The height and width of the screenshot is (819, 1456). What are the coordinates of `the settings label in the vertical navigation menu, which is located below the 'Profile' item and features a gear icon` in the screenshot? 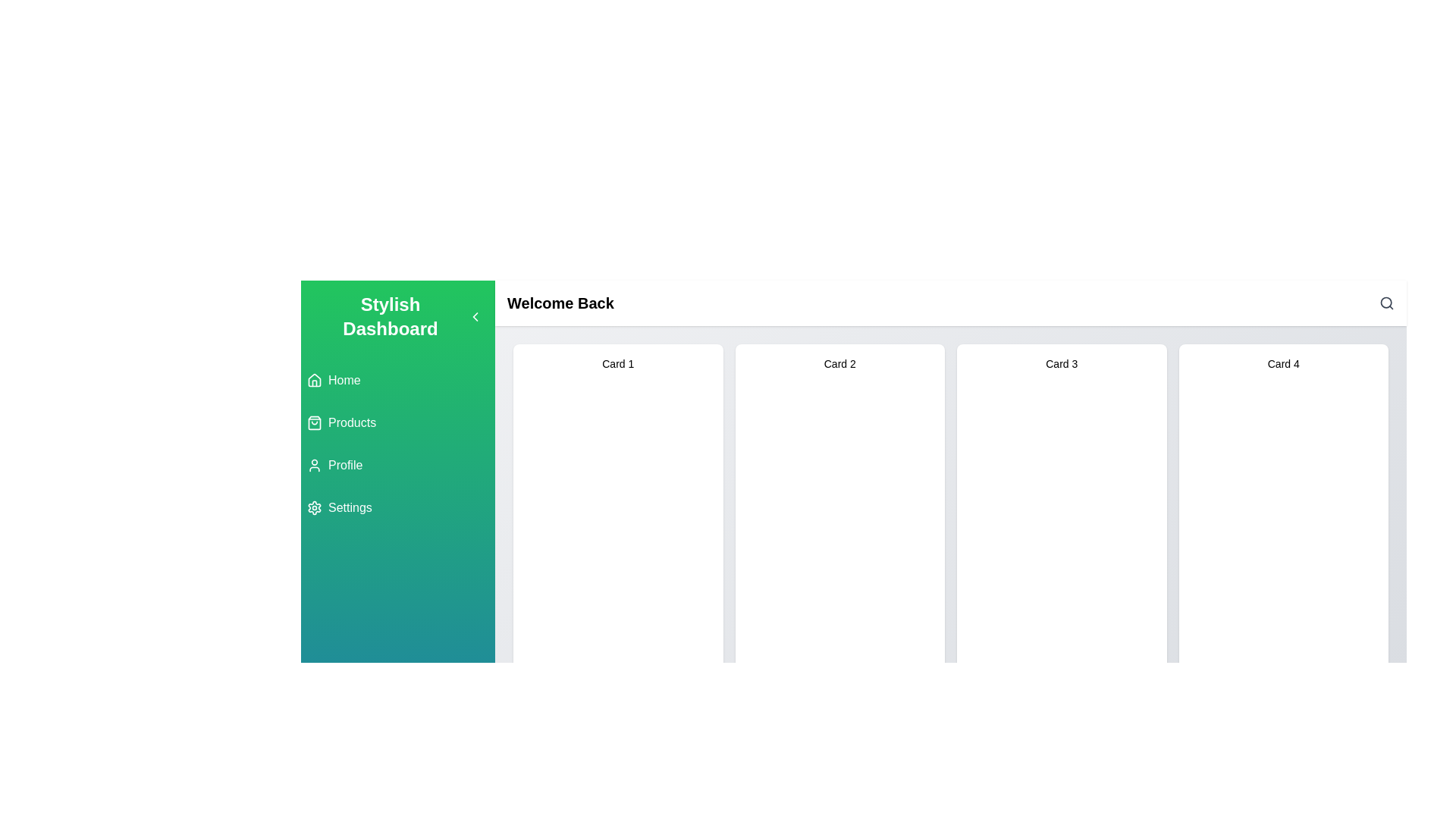 It's located at (349, 508).